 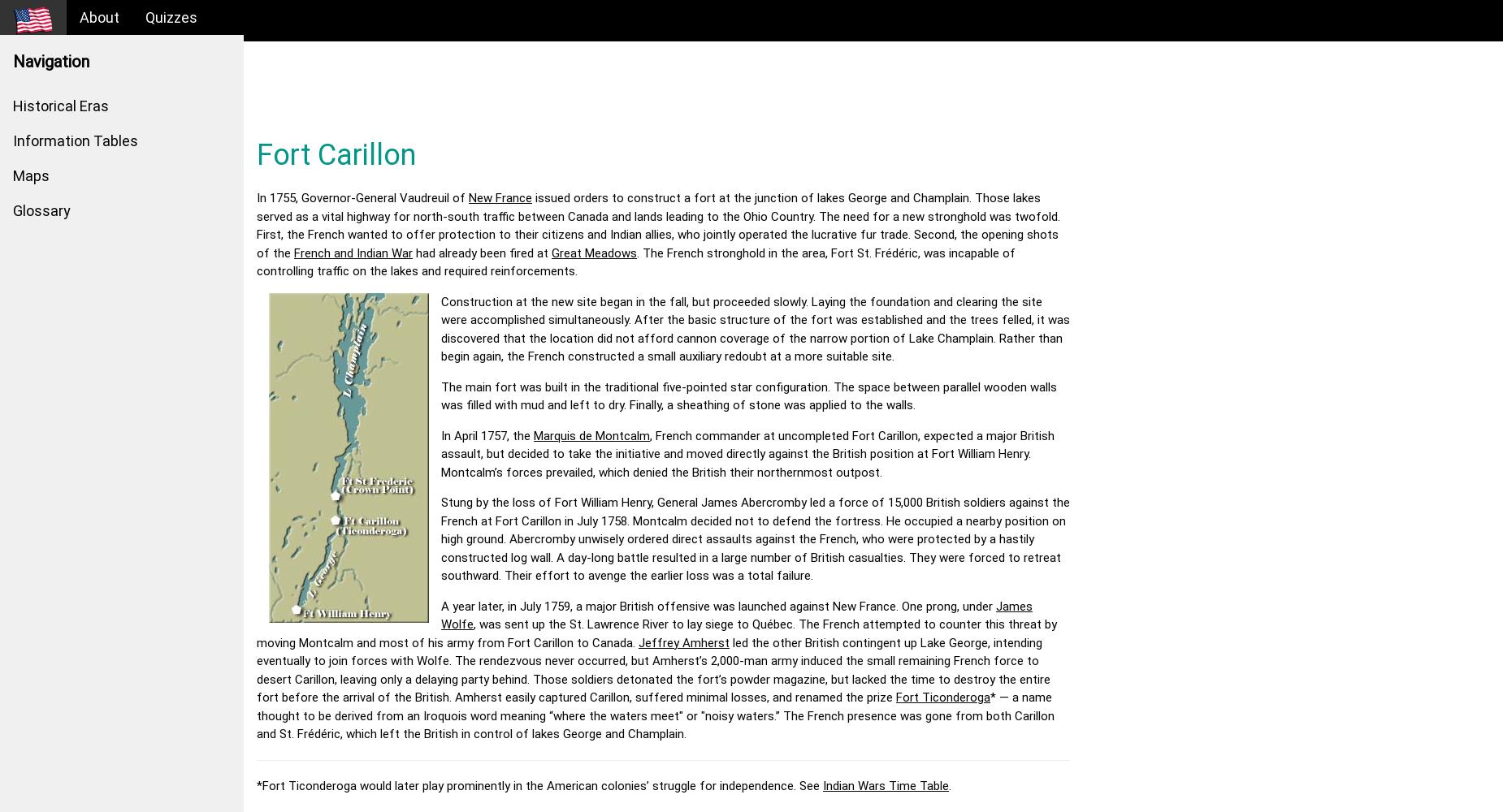 What do you see at coordinates (658, 225) in the screenshot?
I see `'issued orders to construct a fort at the junction of lakes George and Champlain.  Those lakes served as a vital highway for north-south traffic between Canada and lands leading to the Ohio Country.  The need for a new stronghold was twofold.  First, the French wanted to offer protection to their citizens and Indian allies, who jointly operated the lucrative fur trade.  Second, the opening shots of the'` at bounding box center [658, 225].